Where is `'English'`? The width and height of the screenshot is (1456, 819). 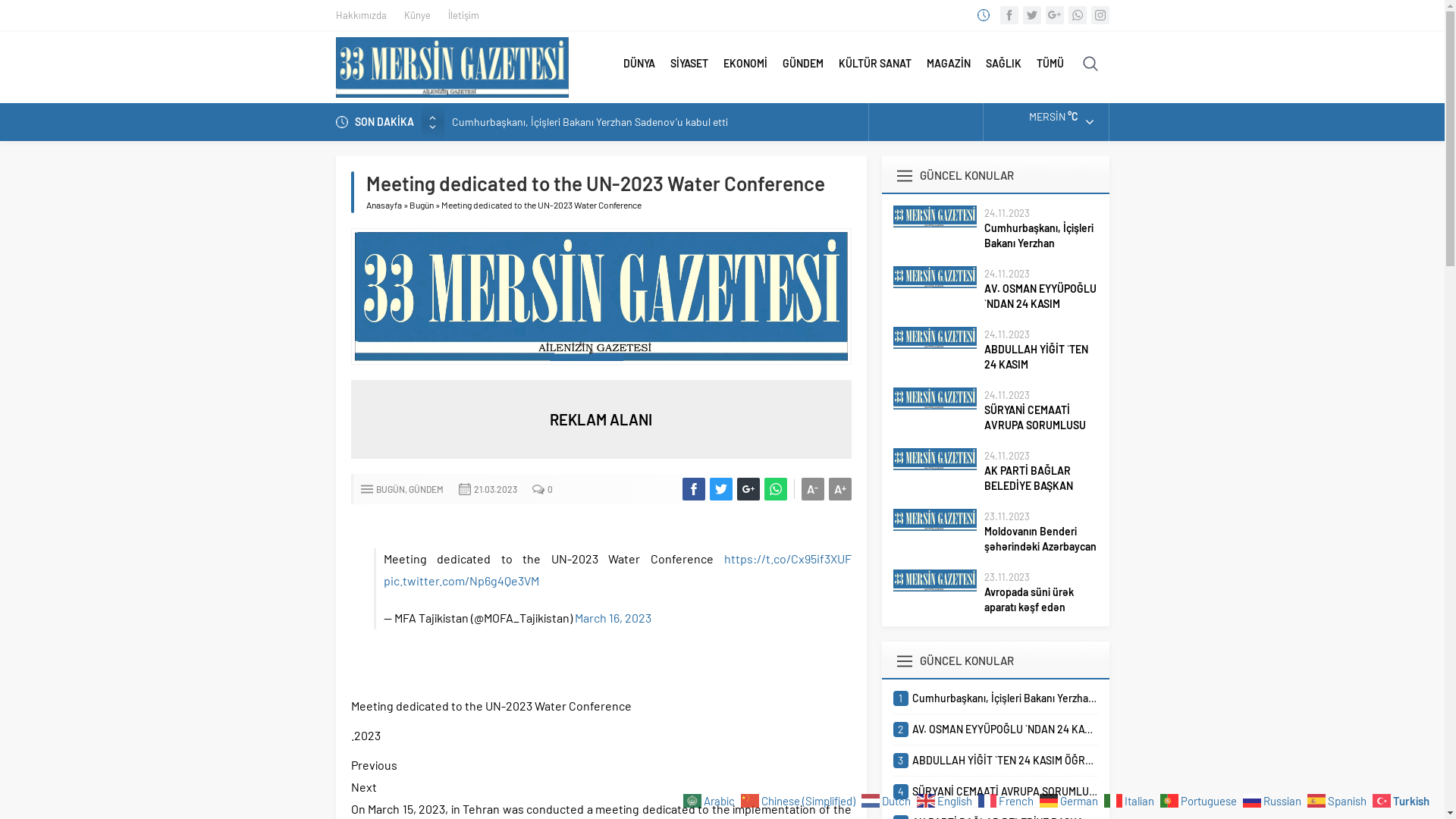
'English' is located at coordinates (946, 799).